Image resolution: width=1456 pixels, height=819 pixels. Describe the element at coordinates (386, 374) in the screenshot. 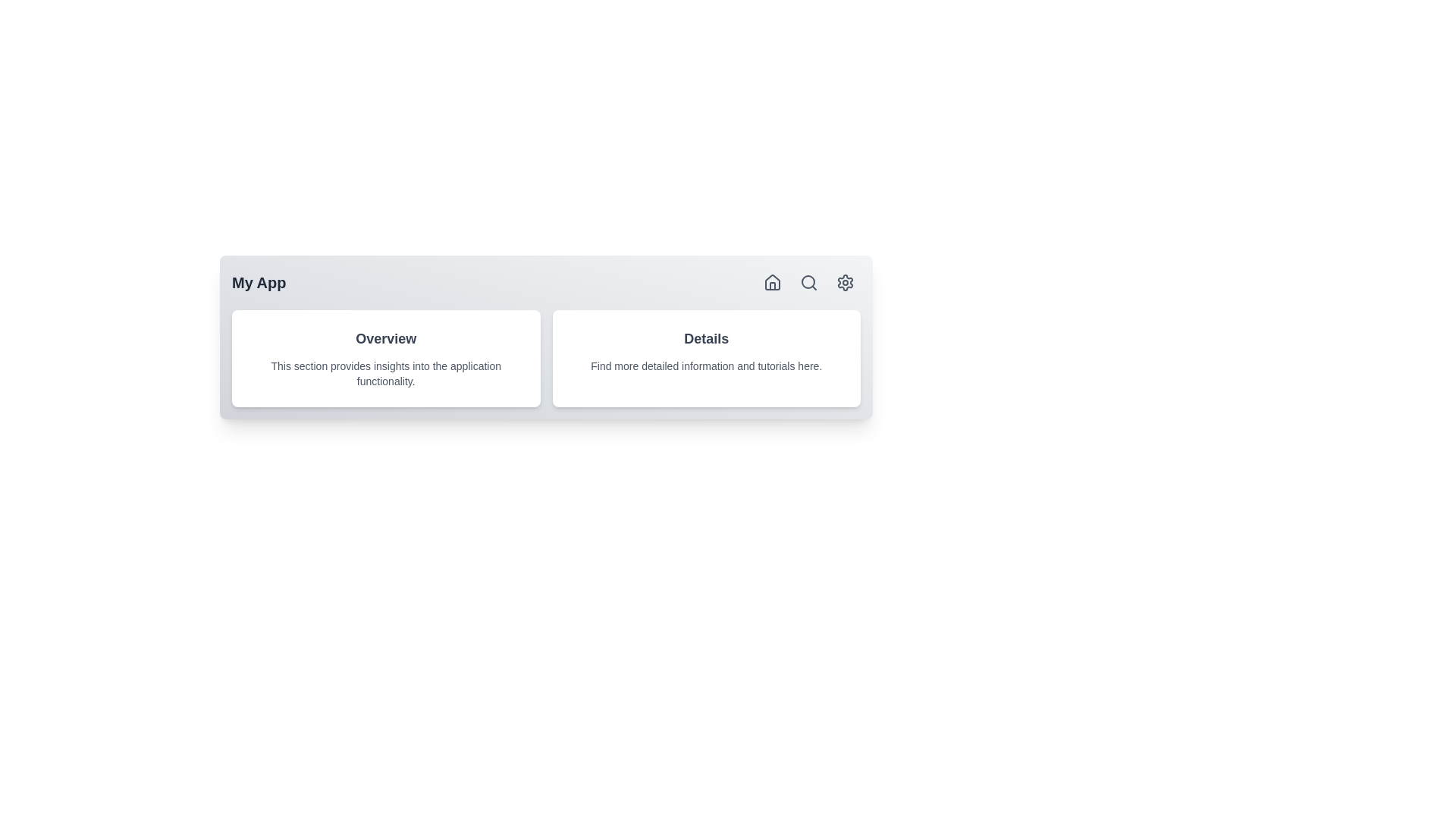

I see `the informational text label located below the 'Overview' heading, which provides additional details about the section` at that location.